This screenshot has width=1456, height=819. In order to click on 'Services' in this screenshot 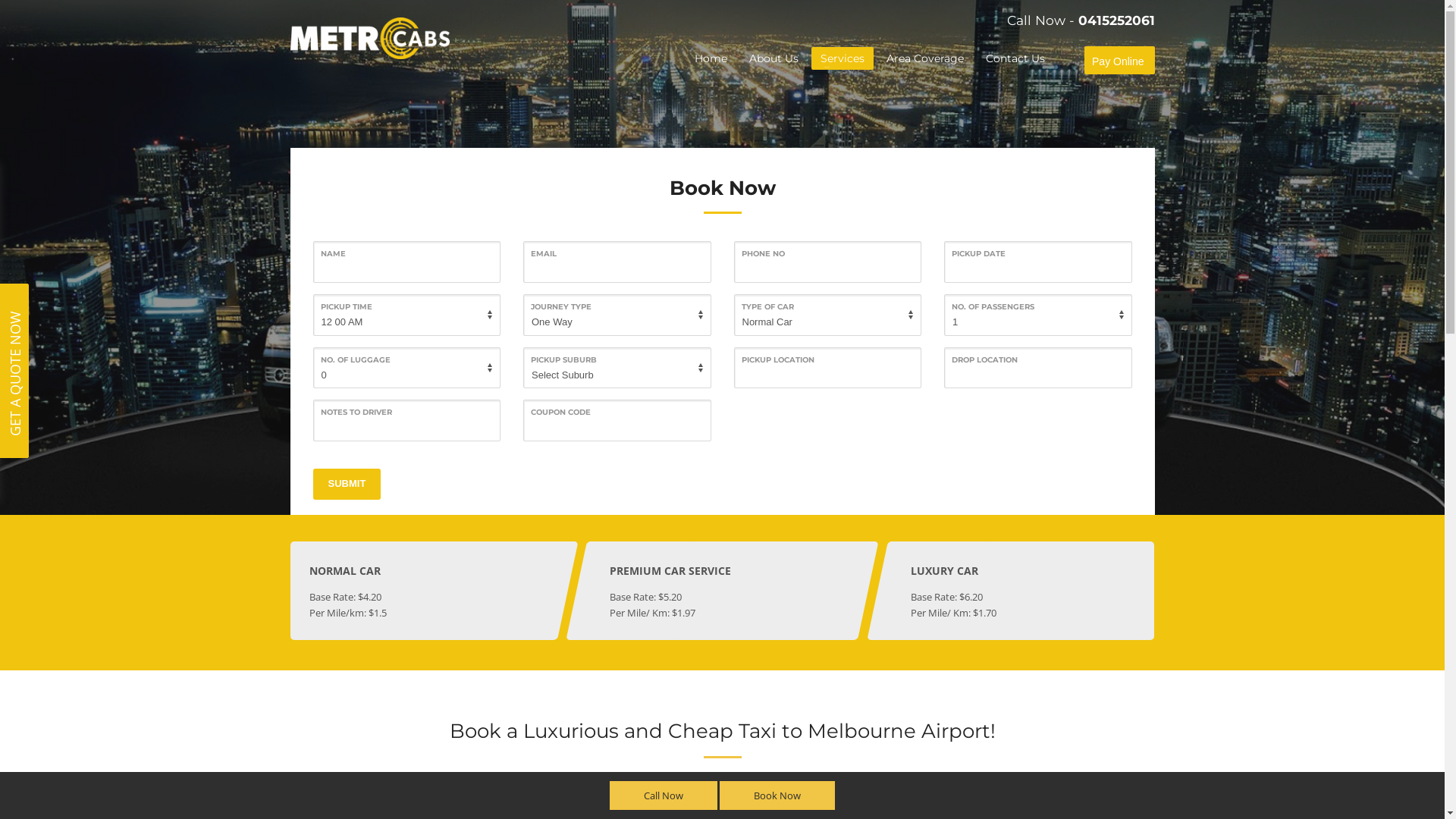, I will do `click(841, 58)`.